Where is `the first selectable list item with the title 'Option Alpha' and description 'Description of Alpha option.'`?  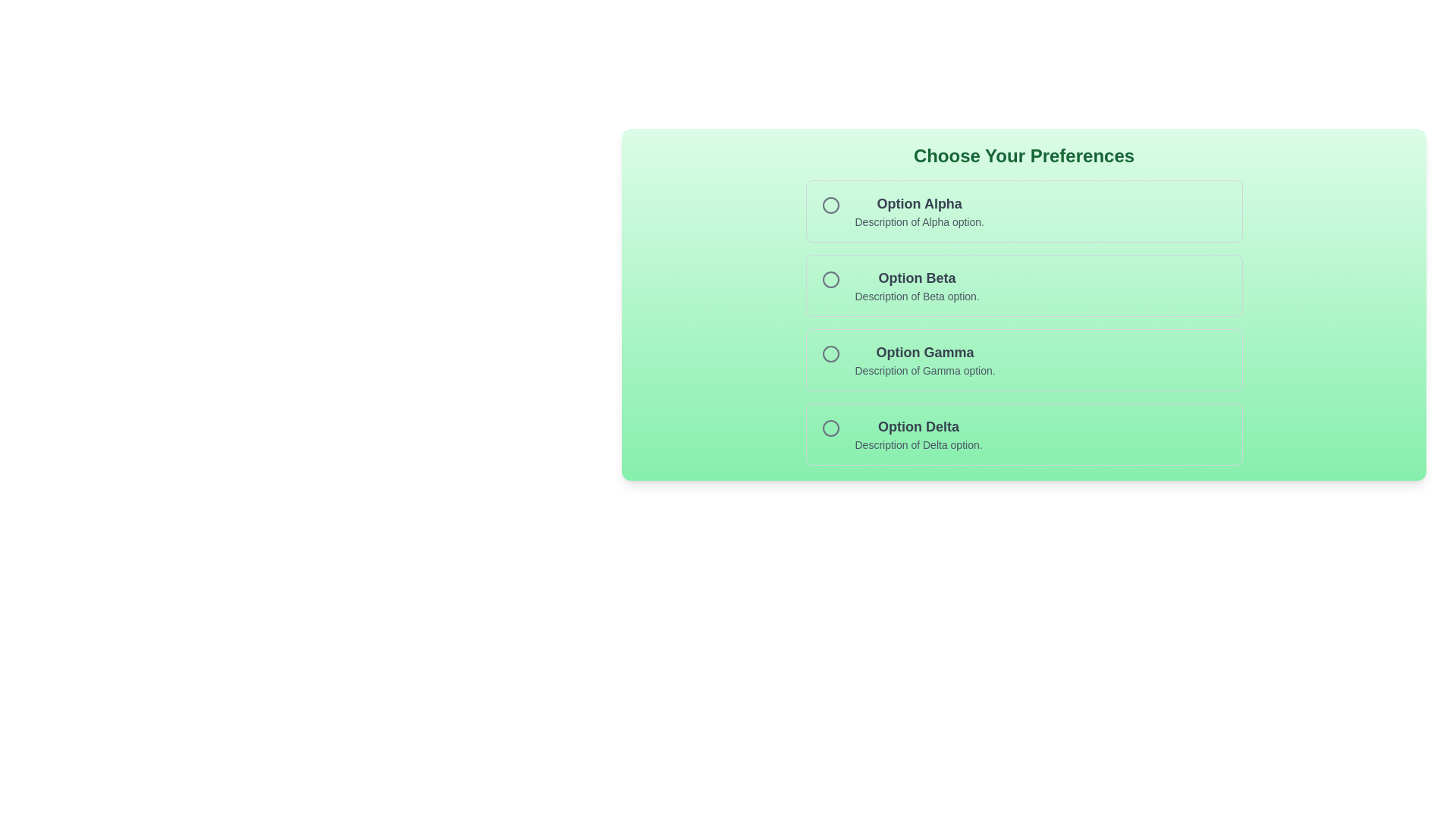
the first selectable list item with the title 'Option Alpha' and description 'Description of Alpha option.' is located at coordinates (1023, 211).